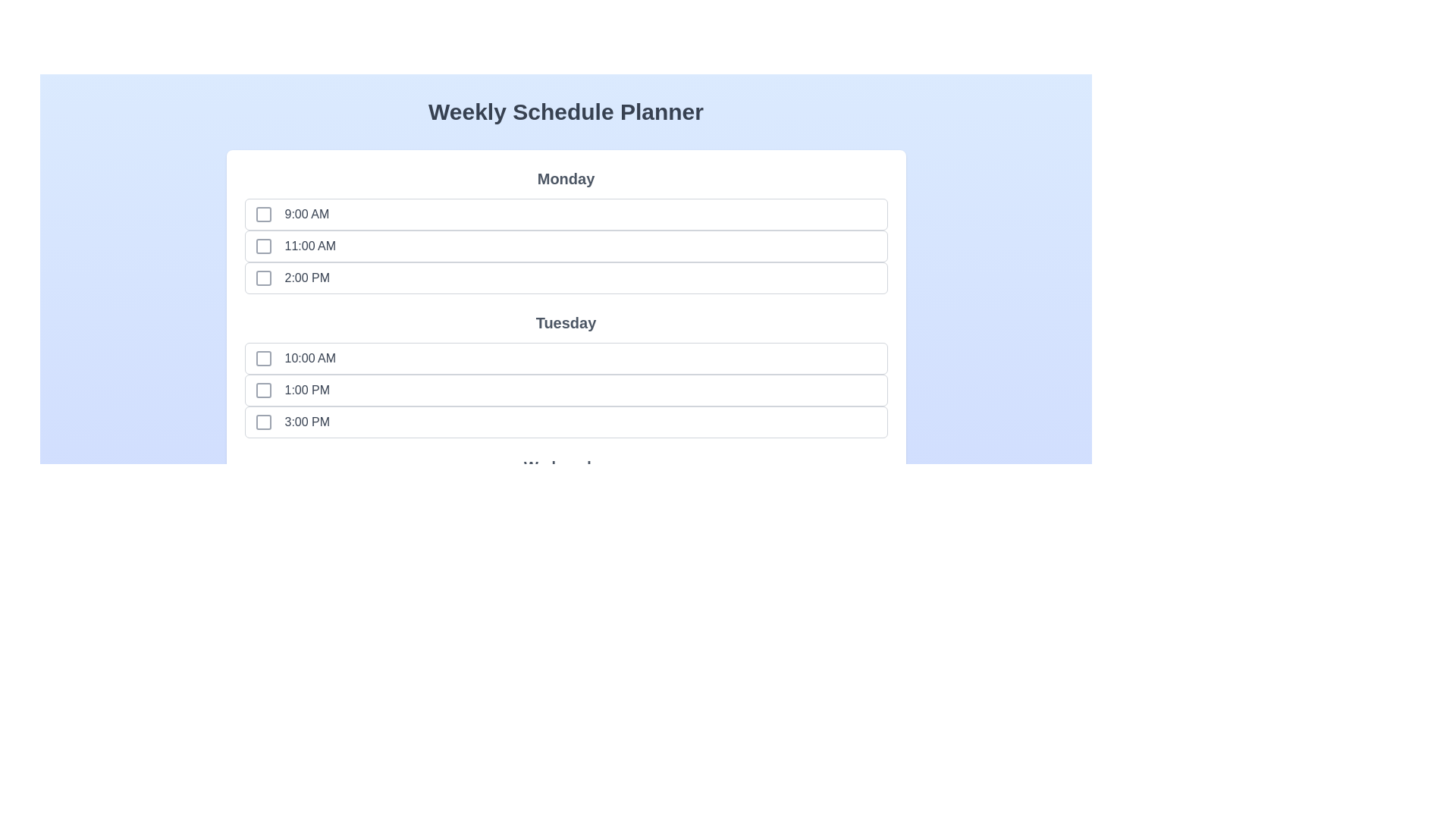 The height and width of the screenshot is (819, 1456). Describe the element at coordinates (263, 422) in the screenshot. I see `the time slot Tuesday at 3:00 PM` at that location.